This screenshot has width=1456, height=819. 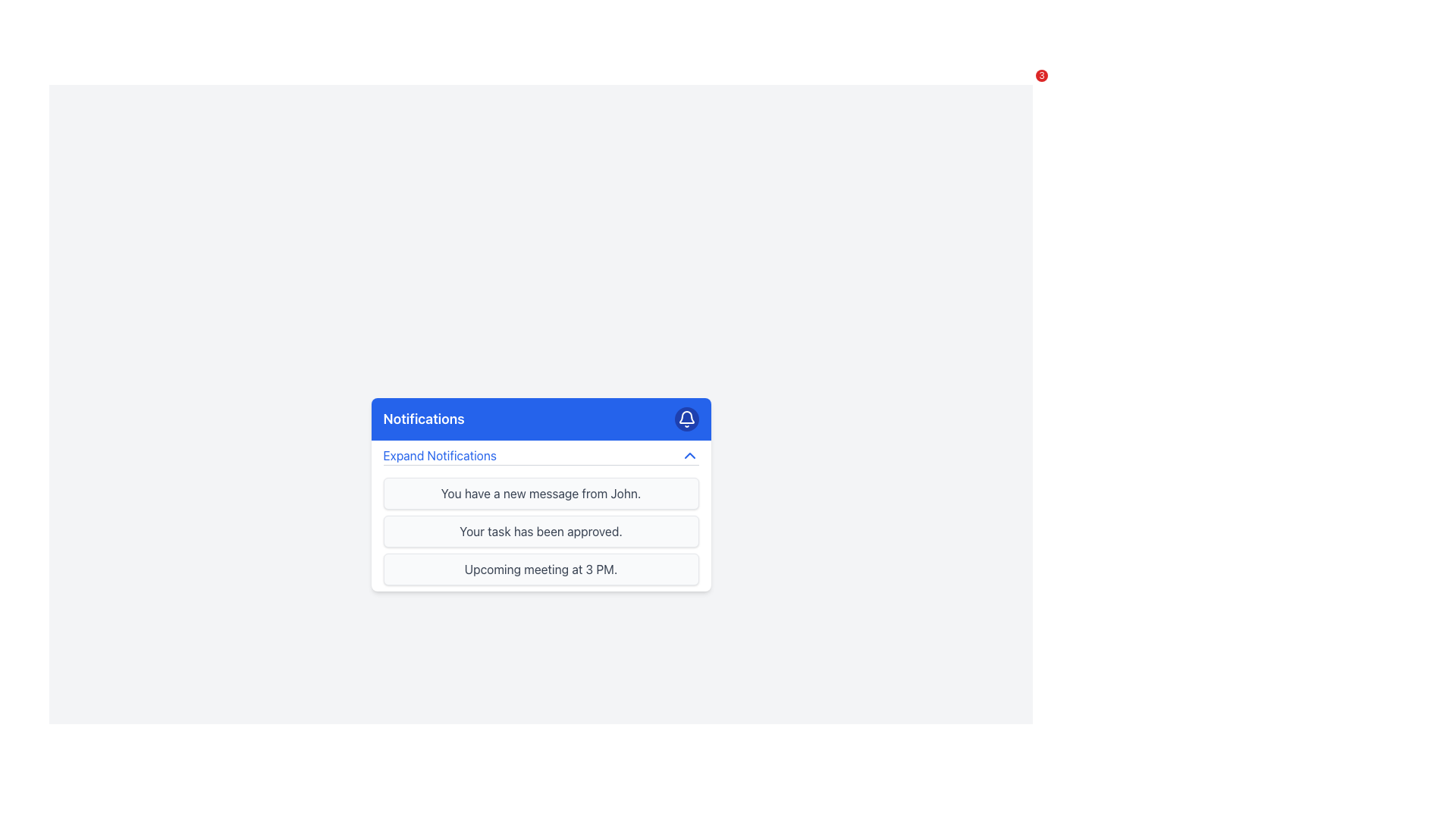 What do you see at coordinates (1040, 76) in the screenshot?
I see `the notification badge located at the top-right corner of the bell icon, which indicates the count of unread notifications` at bounding box center [1040, 76].